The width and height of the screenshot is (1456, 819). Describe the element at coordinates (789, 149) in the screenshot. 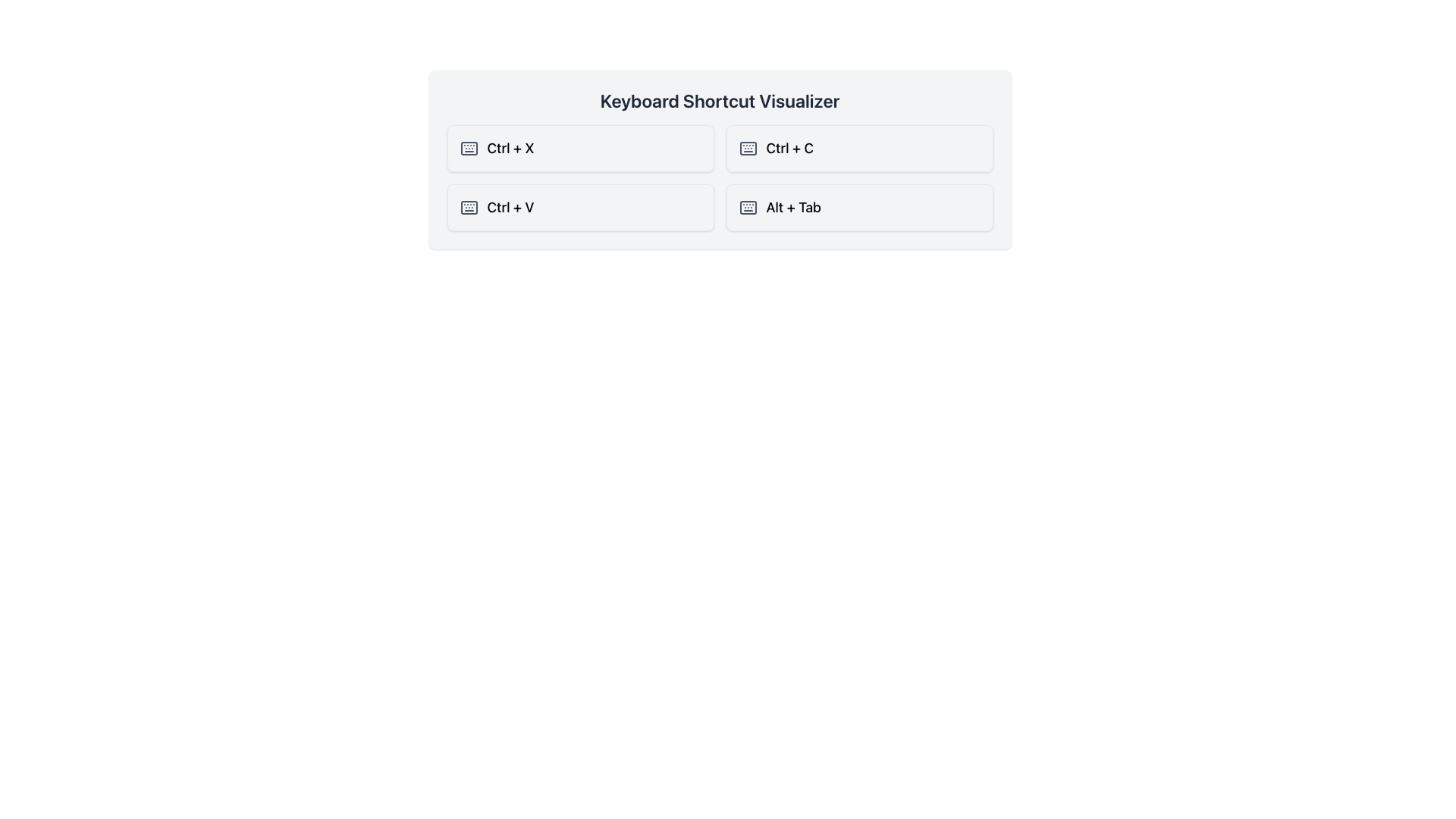

I see `the bold text label displaying 'Ctrl + C', which is the second clickable box in the top-right corner of a four-item grid layout` at that location.